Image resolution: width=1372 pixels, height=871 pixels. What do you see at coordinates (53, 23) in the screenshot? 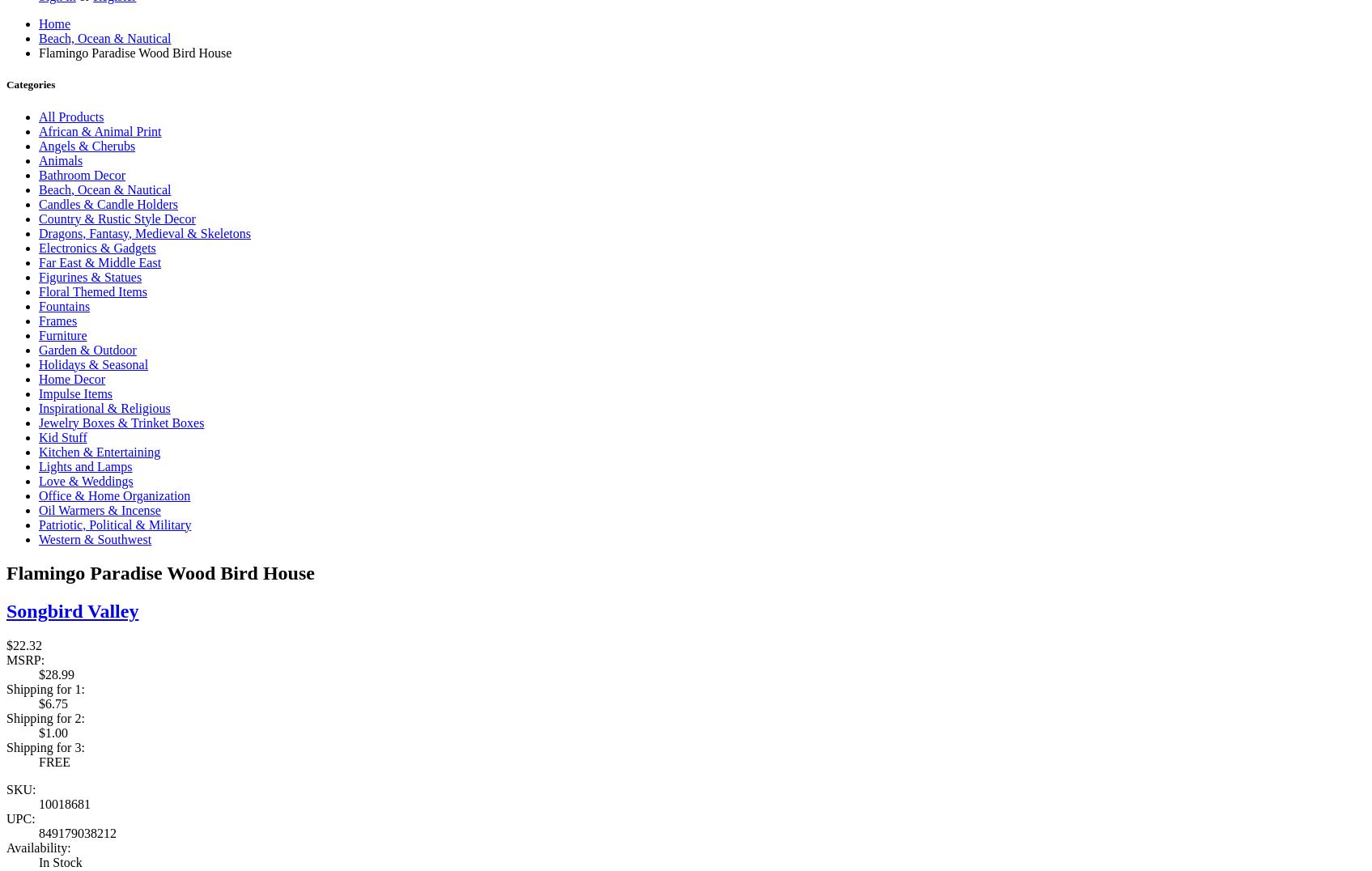
I see `'Home'` at bounding box center [53, 23].